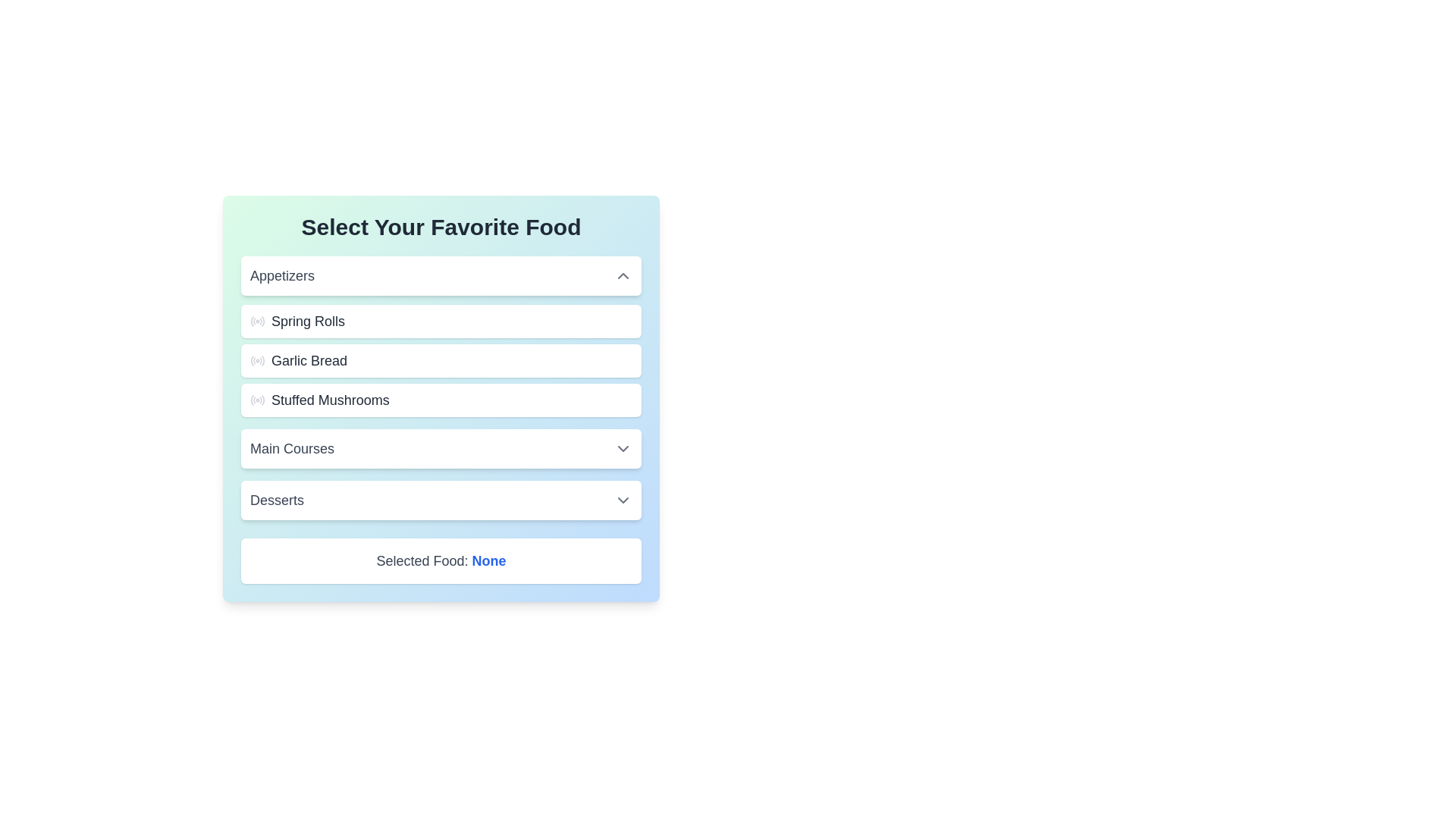 The image size is (1456, 819). What do you see at coordinates (440, 335) in the screenshot?
I see `the selectable item in the 'Appetizers' category` at bounding box center [440, 335].